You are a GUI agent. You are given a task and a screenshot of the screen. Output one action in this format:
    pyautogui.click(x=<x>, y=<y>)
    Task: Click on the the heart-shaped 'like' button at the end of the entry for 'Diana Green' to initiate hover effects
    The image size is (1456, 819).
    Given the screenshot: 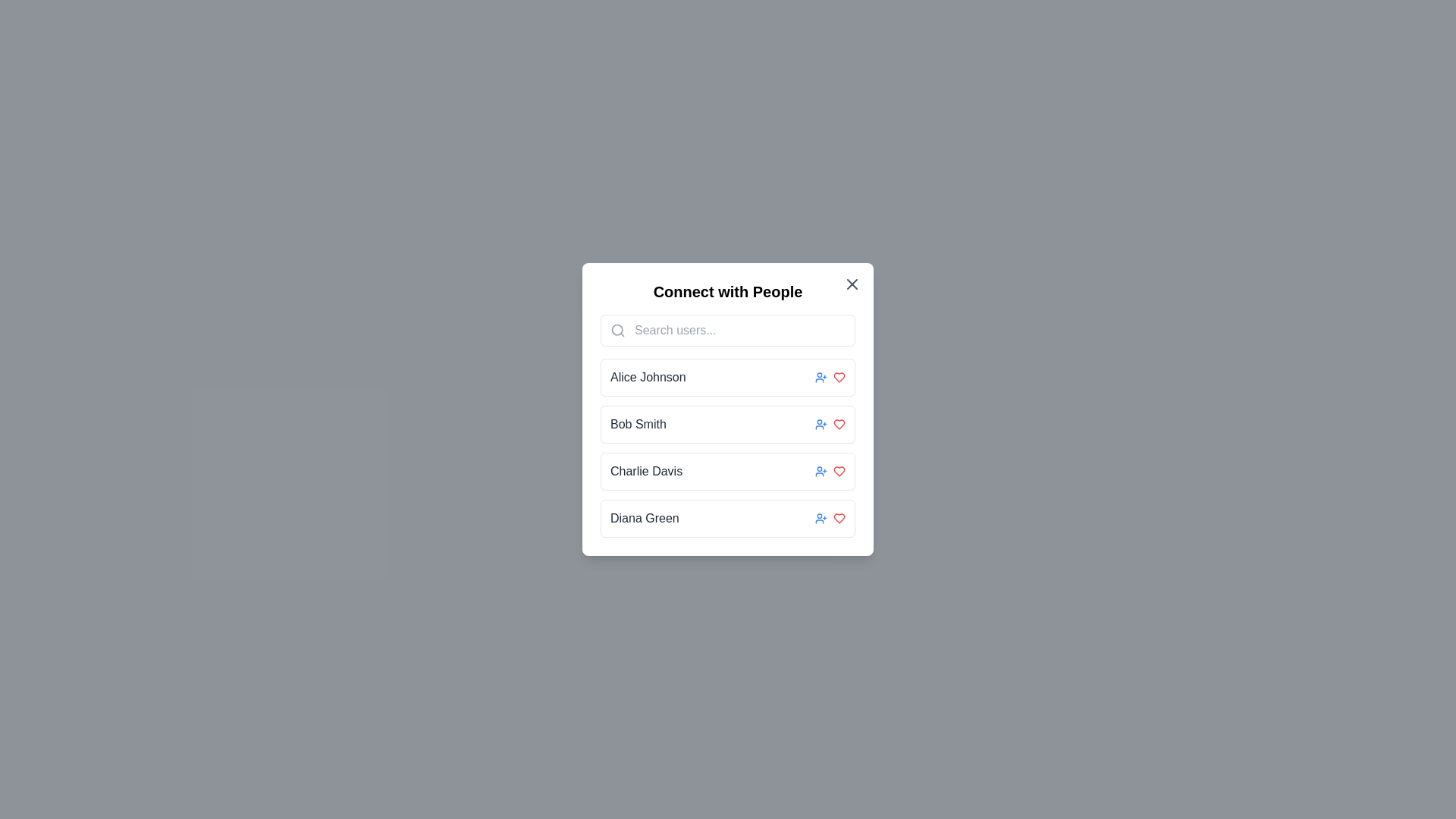 What is the action you would take?
    pyautogui.click(x=839, y=517)
    